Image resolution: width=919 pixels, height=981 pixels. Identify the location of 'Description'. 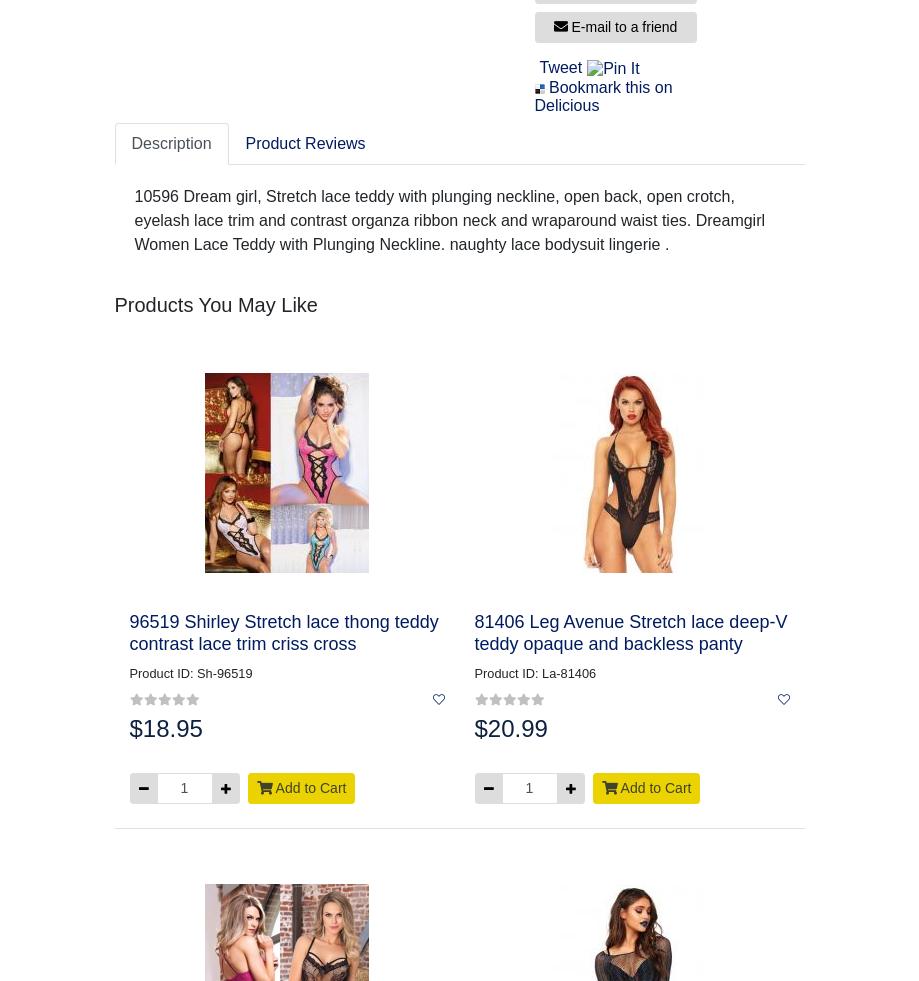
(170, 142).